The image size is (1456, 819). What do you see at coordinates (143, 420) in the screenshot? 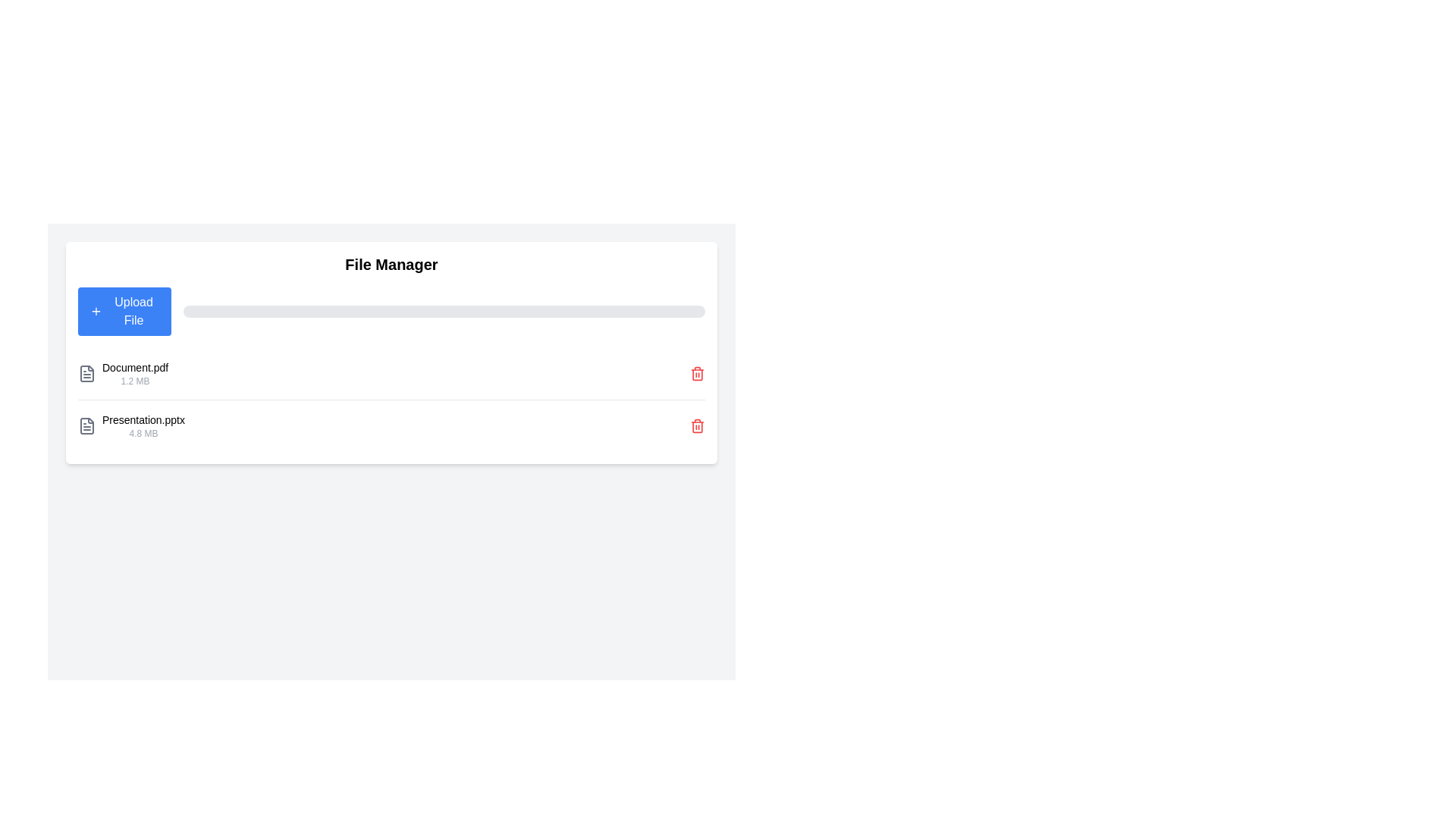
I see `the text label displaying 'Presentation.pptx' located` at bounding box center [143, 420].